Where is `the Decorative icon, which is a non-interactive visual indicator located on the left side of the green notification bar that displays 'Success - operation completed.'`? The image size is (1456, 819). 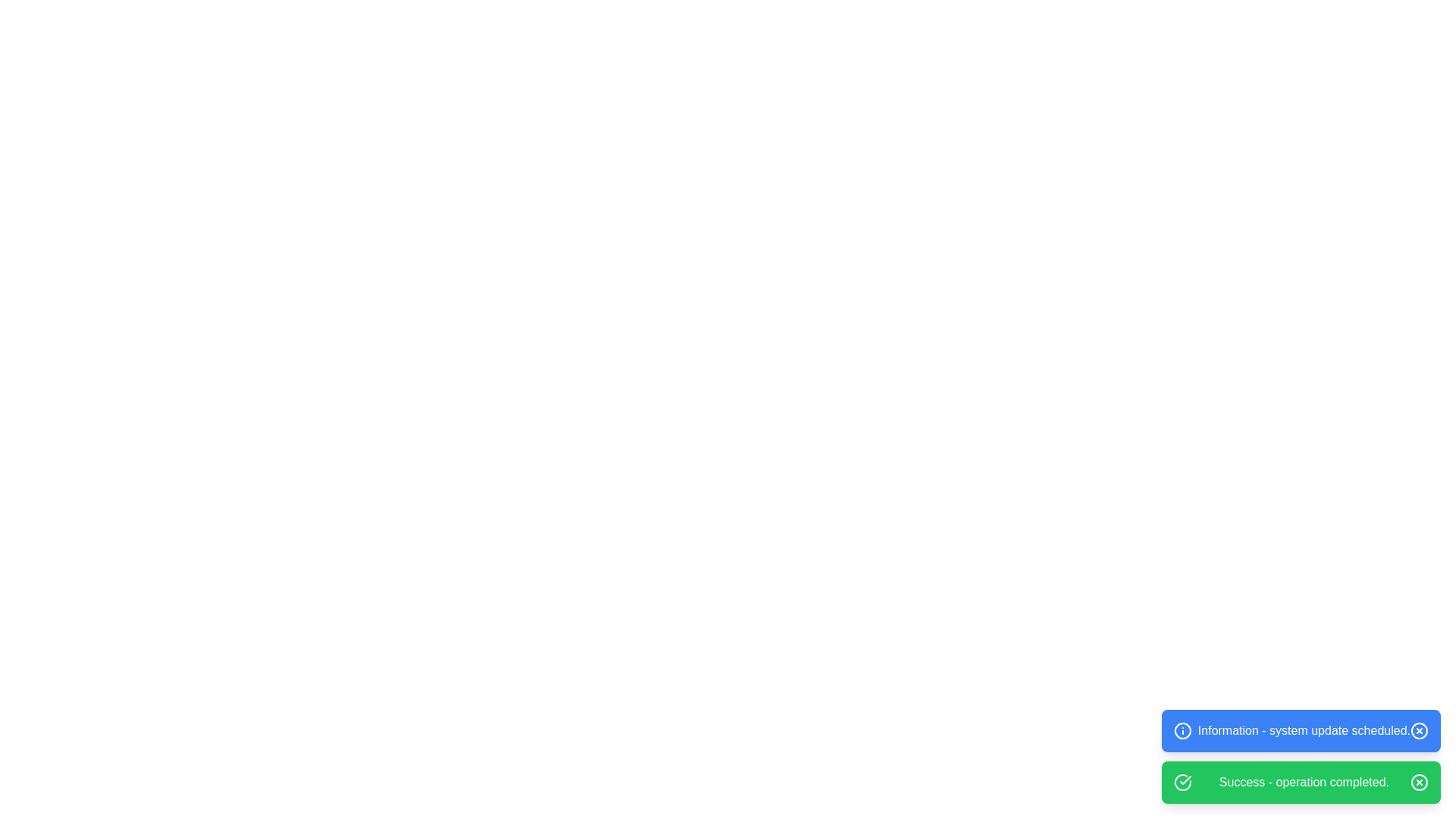 the Decorative icon, which is a non-interactive visual indicator located on the left side of the green notification bar that displays 'Success - operation completed.' is located at coordinates (1181, 783).